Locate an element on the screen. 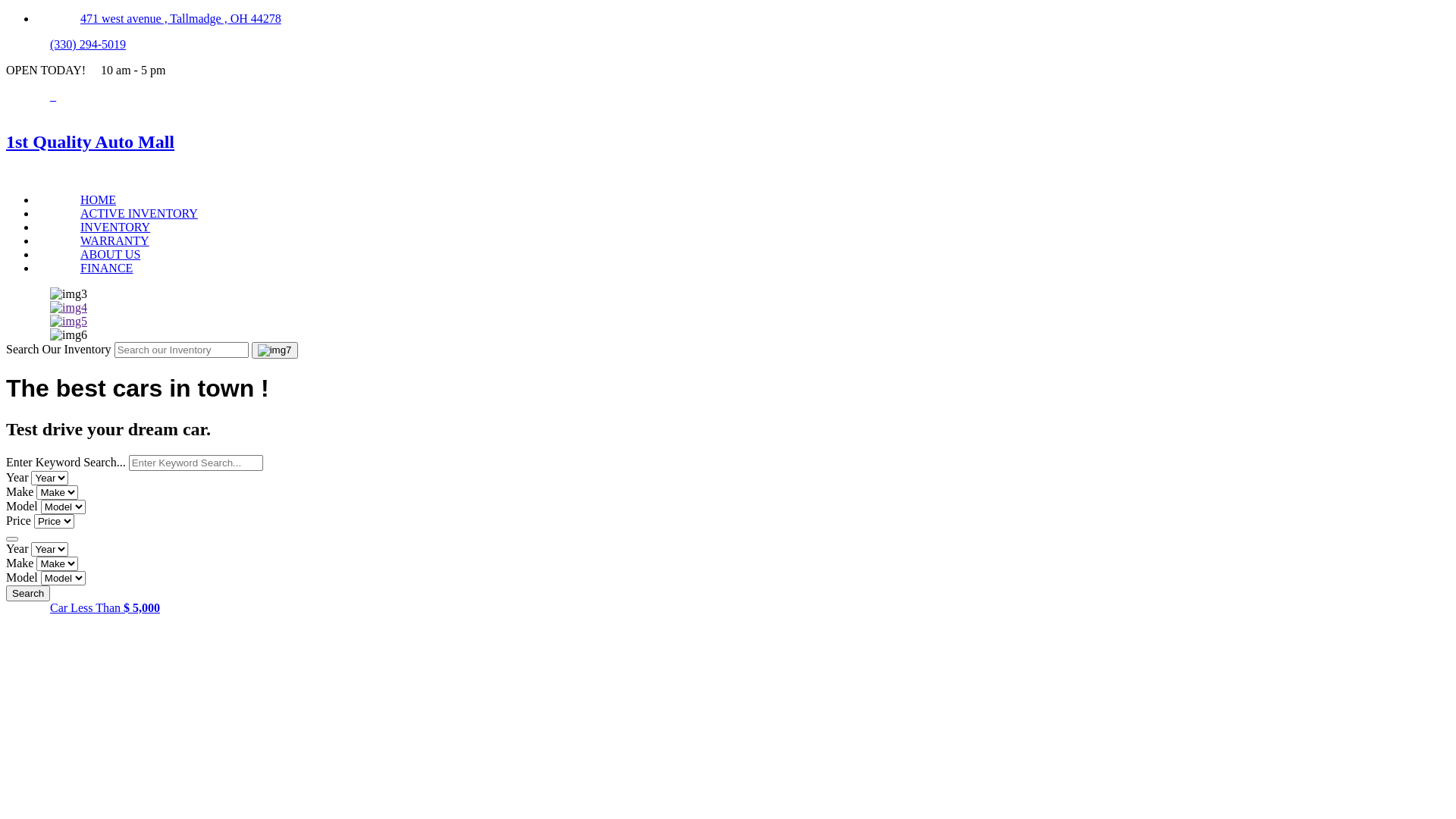 Image resolution: width=1456 pixels, height=819 pixels. '(330) 294-5019' is located at coordinates (86, 43).